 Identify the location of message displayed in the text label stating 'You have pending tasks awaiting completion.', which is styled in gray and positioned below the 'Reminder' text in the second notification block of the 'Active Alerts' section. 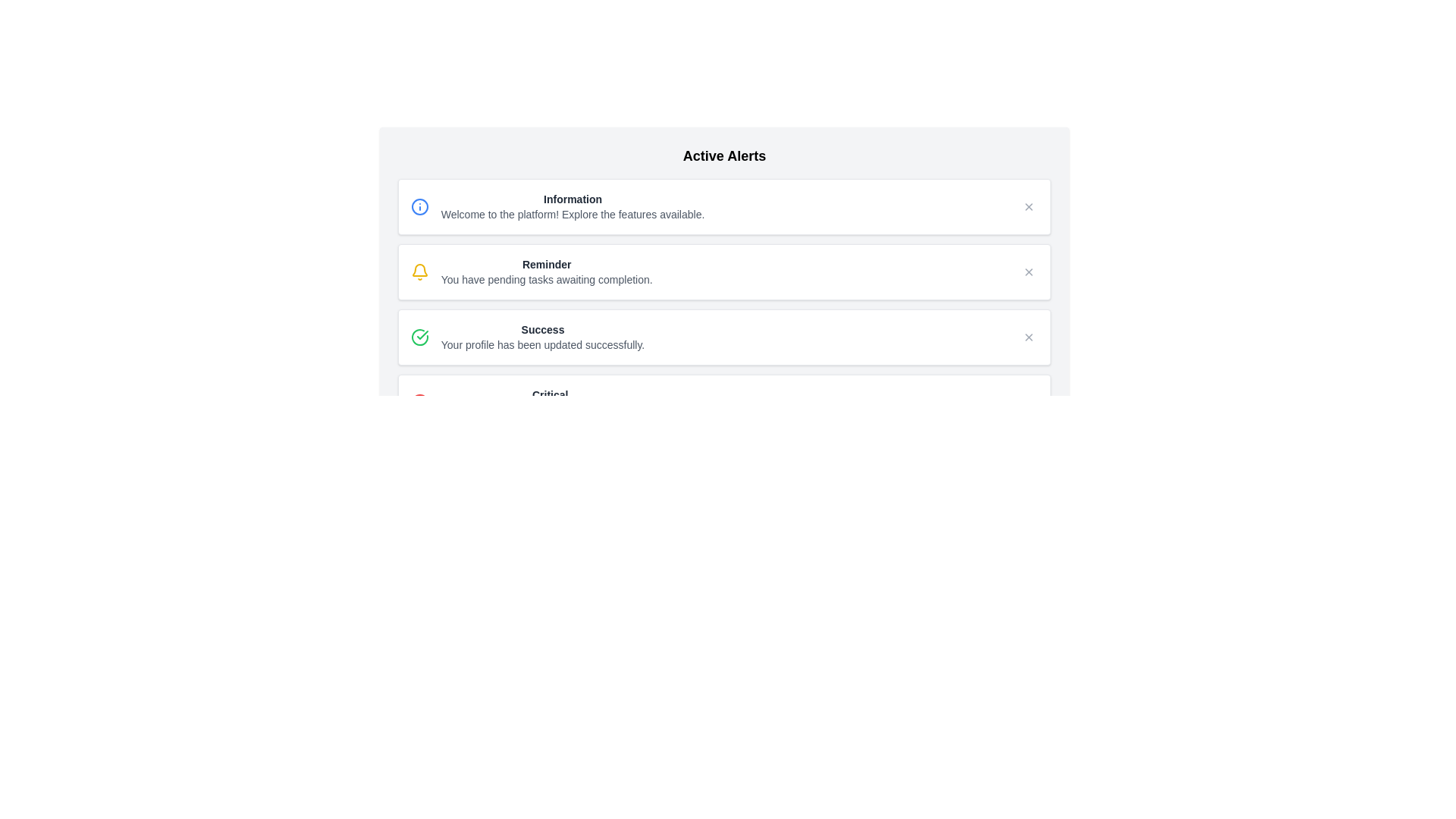
(546, 280).